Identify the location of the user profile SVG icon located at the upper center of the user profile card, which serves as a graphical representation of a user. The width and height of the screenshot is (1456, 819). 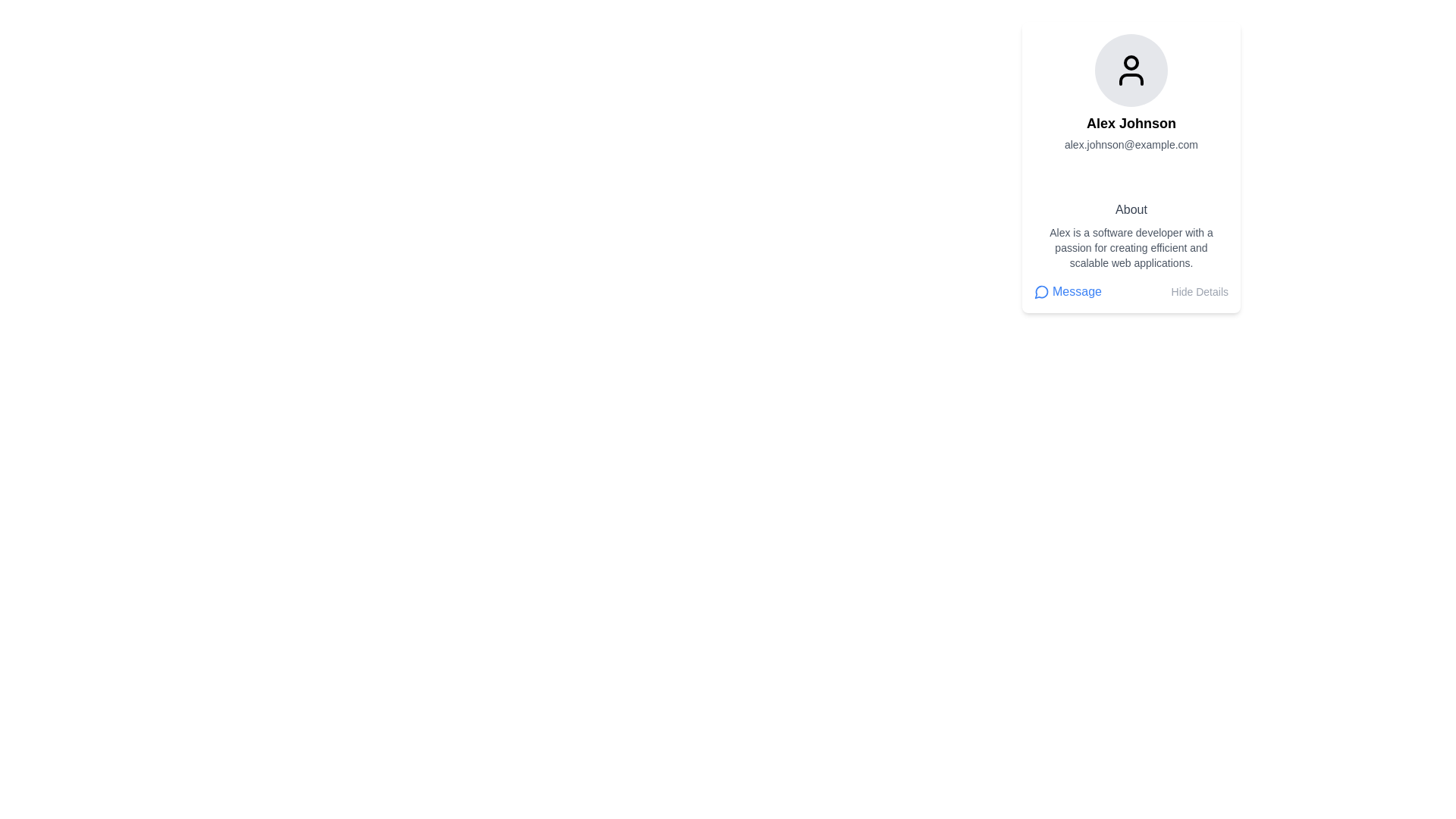
(1131, 70).